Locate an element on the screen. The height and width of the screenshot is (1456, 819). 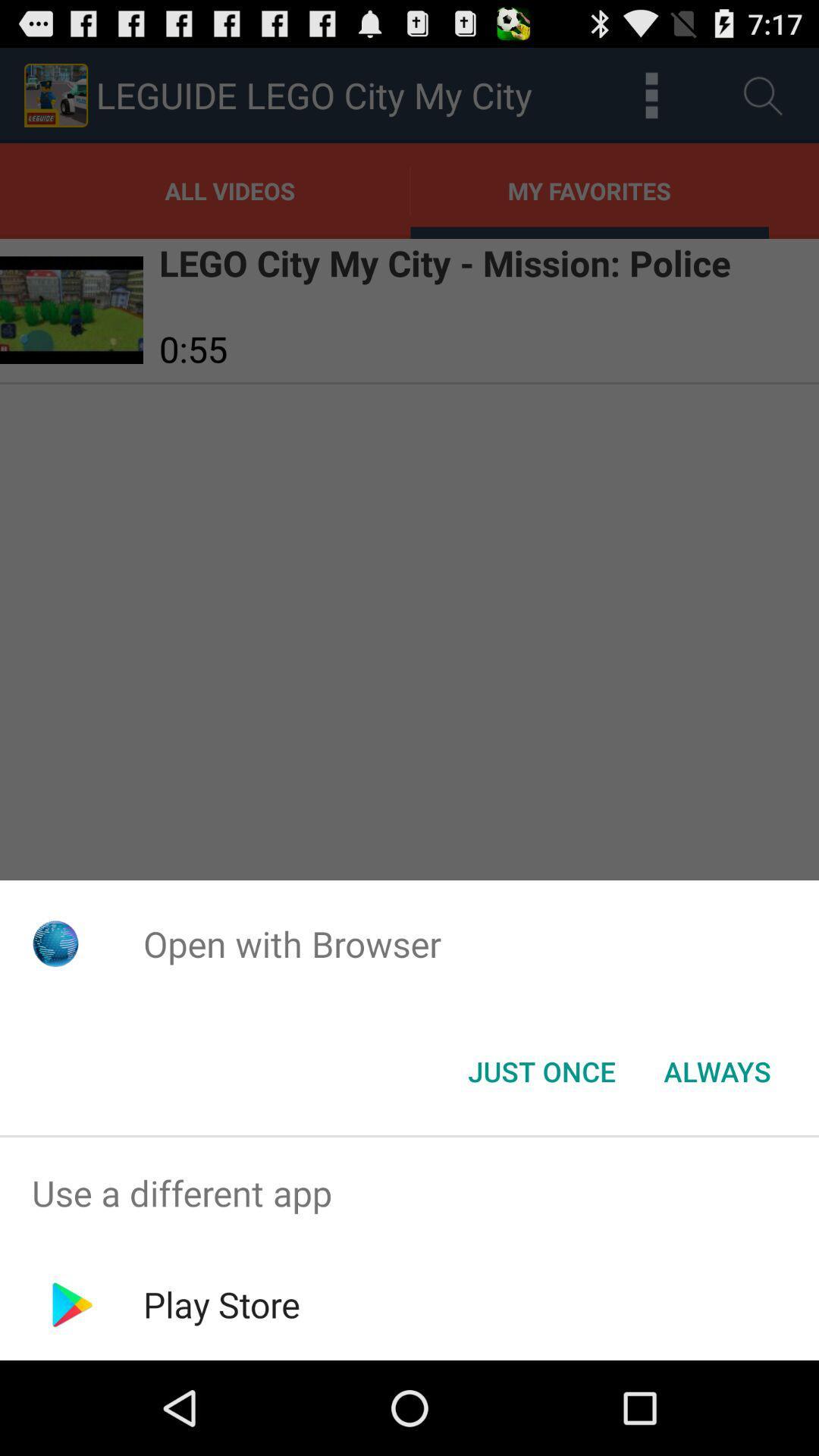
item next to the just once item is located at coordinates (717, 1070).